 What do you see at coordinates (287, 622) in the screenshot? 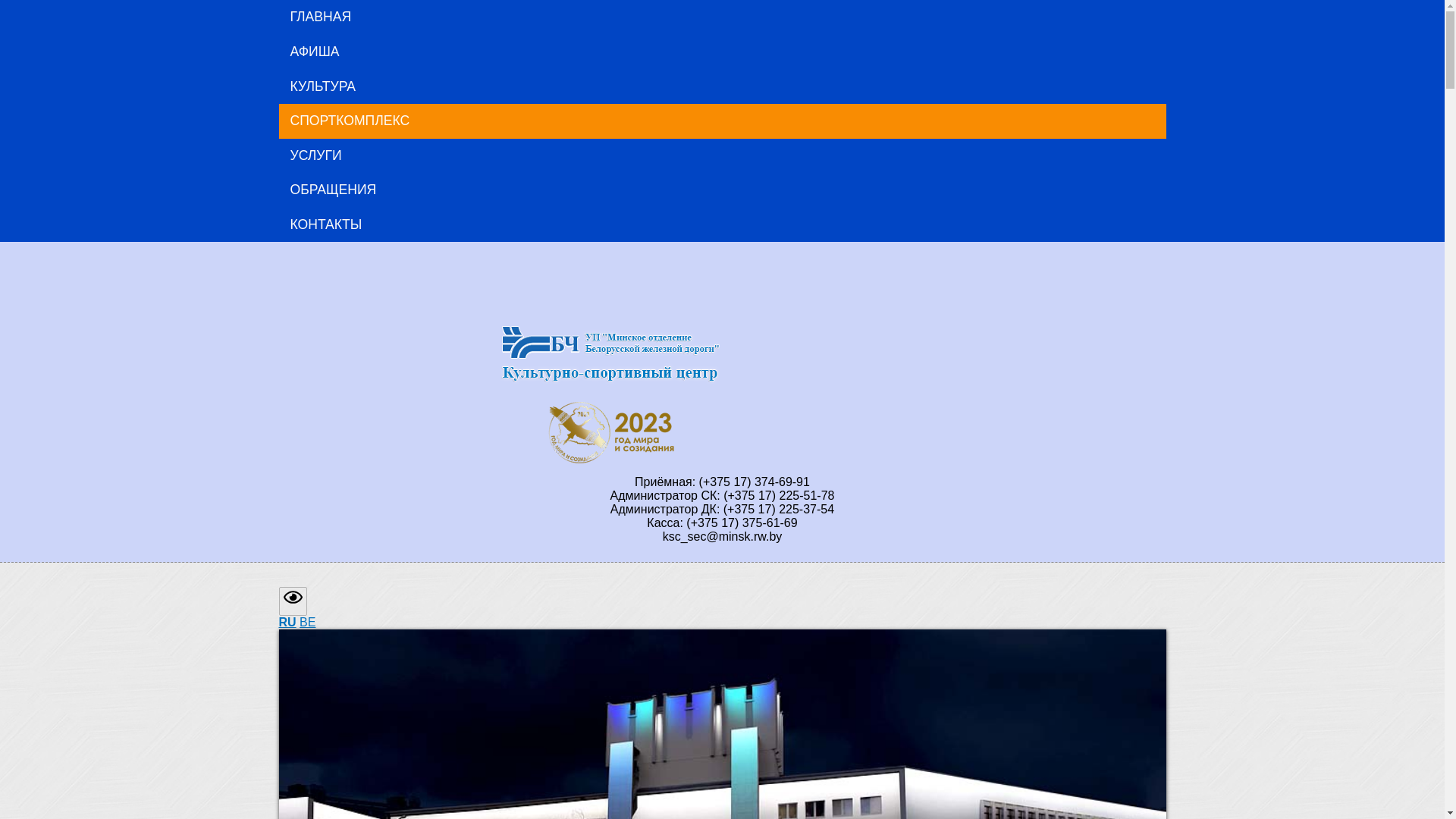
I see `'RU'` at bounding box center [287, 622].